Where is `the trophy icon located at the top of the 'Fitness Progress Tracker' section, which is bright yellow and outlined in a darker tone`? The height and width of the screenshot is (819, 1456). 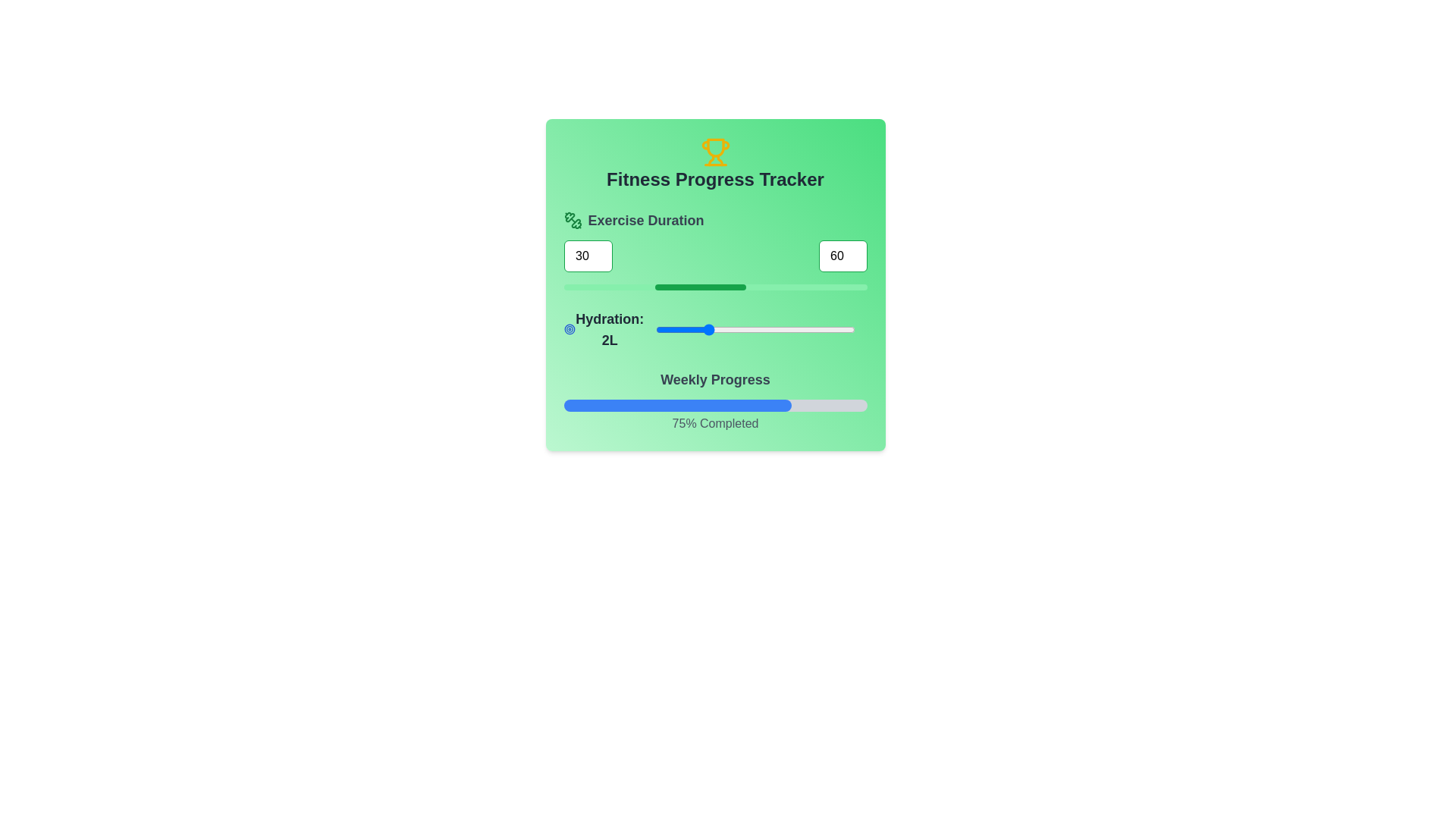 the trophy icon located at the top of the 'Fitness Progress Tracker' section, which is bright yellow and outlined in a darker tone is located at coordinates (714, 152).